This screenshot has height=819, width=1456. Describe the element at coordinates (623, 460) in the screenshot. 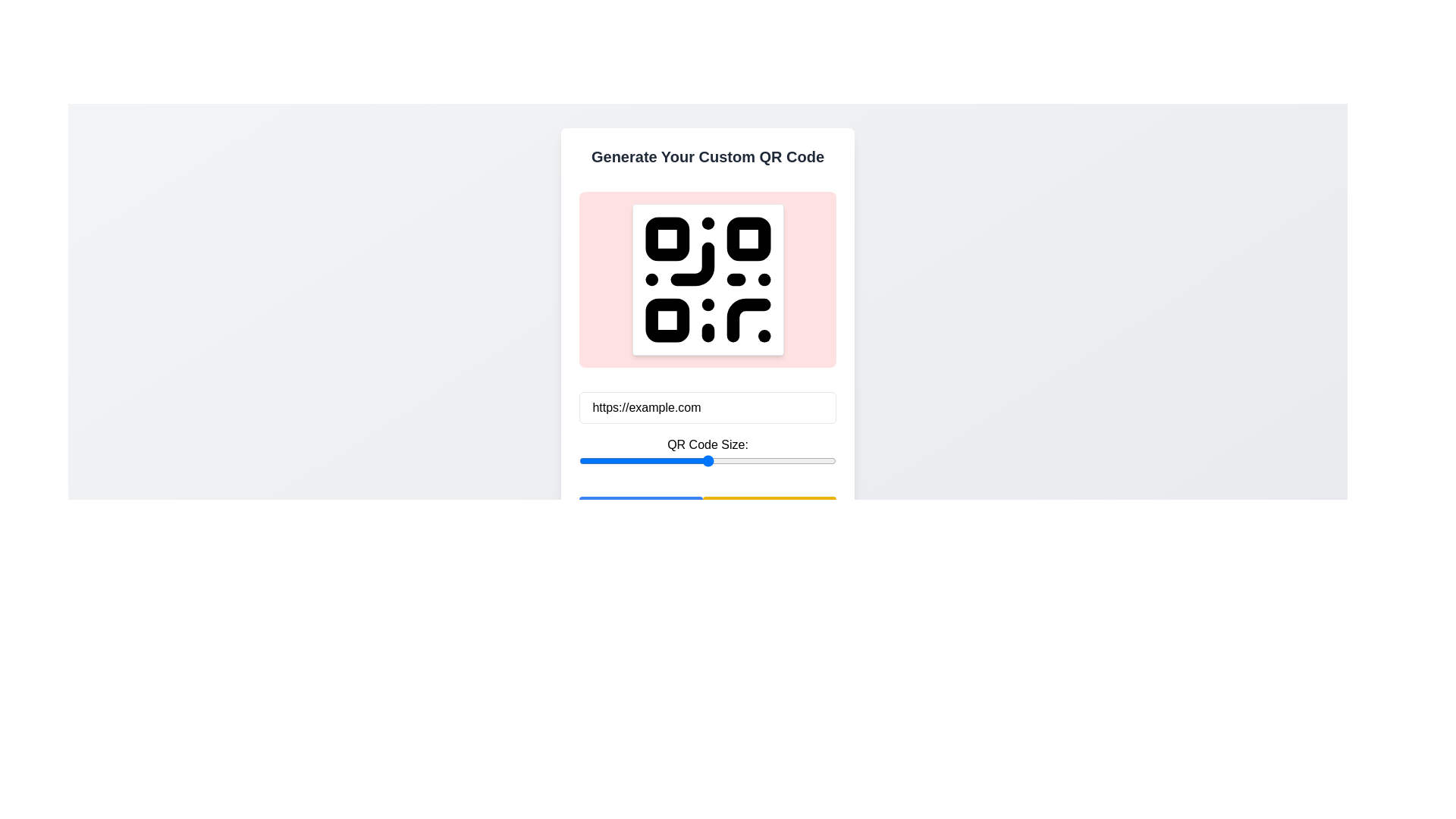

I see `the QR code size` at that location.